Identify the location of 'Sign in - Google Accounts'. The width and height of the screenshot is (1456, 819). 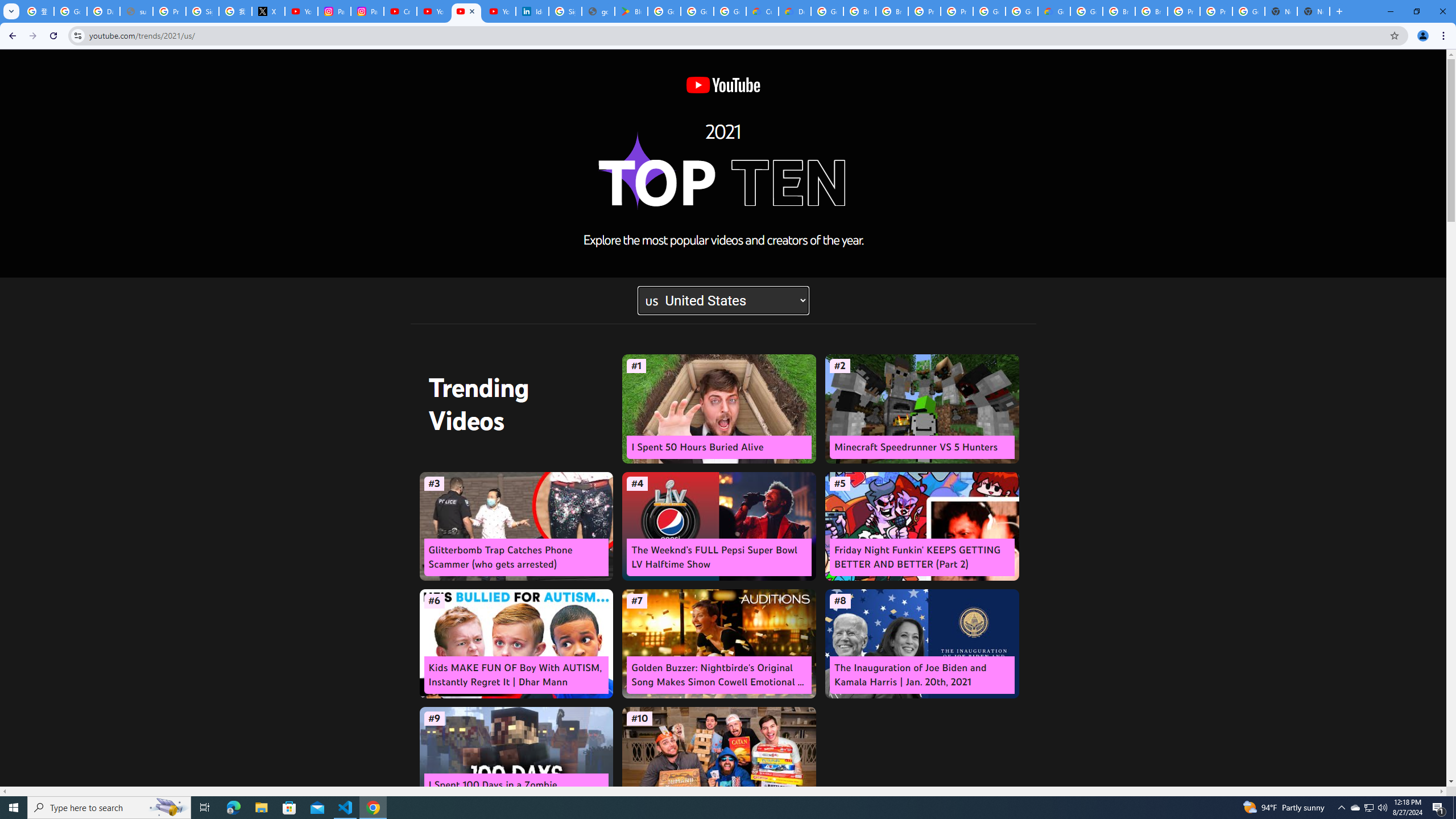
(201, 11).